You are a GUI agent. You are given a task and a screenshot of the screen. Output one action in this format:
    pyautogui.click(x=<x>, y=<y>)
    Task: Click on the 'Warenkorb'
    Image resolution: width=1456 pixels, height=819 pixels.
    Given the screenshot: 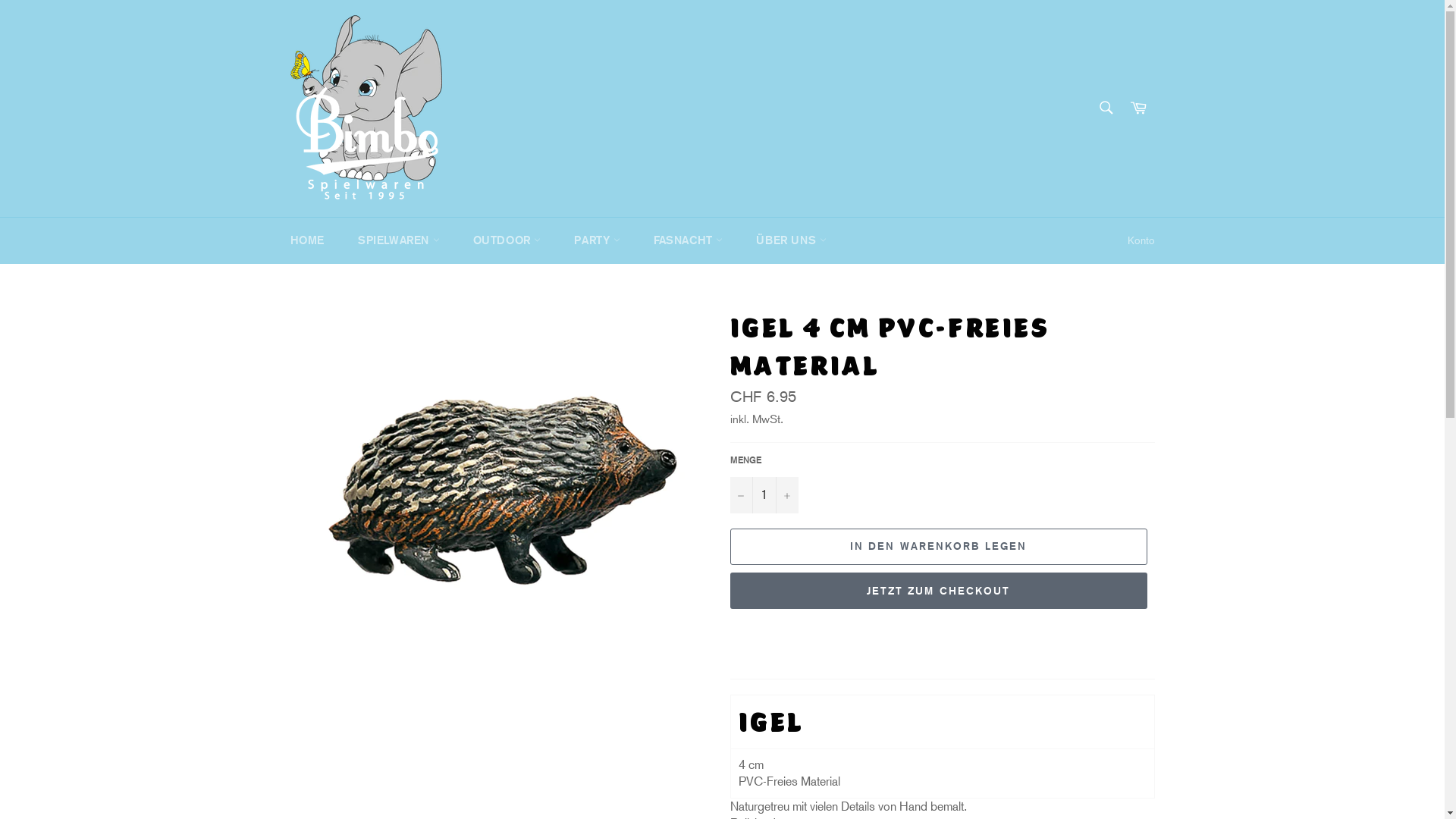 What is the action you would take?
    pyautogui.click(x=1122, y=107)
    